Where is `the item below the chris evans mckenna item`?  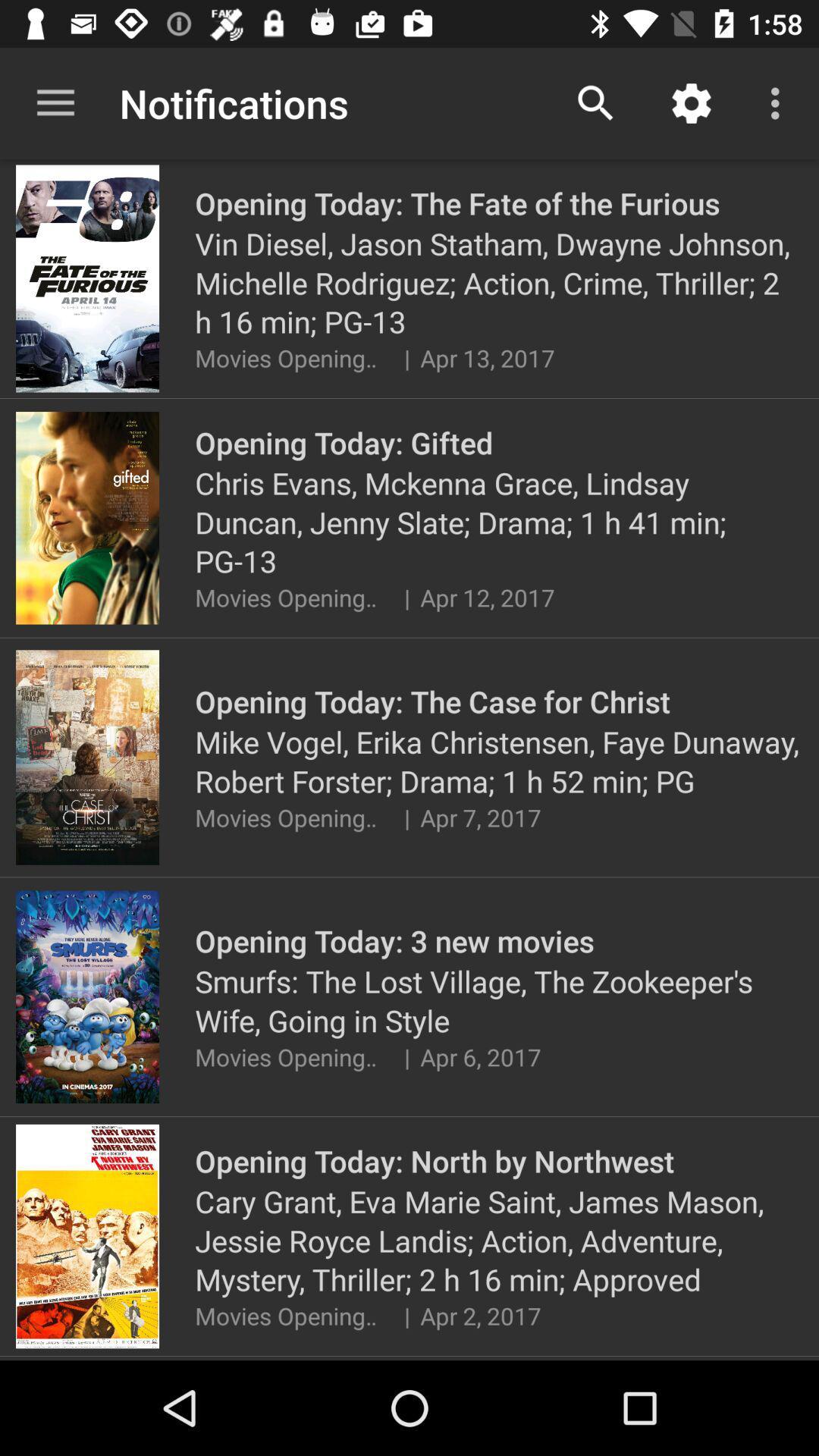 the item below the chris evans mckenna item is located at coordinates (406, 596).